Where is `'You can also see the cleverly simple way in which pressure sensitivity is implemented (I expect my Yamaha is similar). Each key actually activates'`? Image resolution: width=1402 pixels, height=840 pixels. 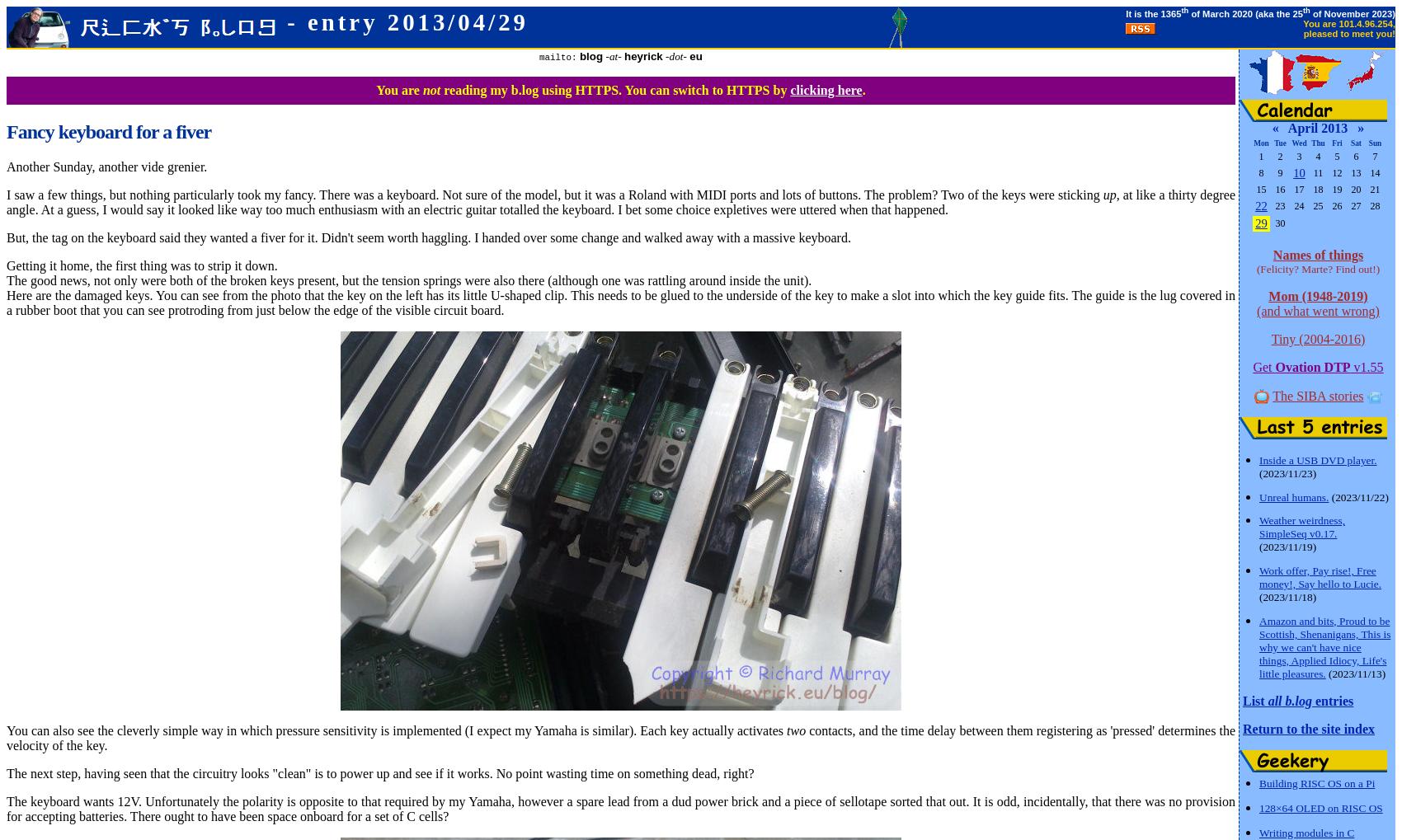
'You can also see the cleverly simple way in which pressure sensitivity is implemented (I expect my Yamaha is similar). Each key actually activates' is located at coordinates (396, 730).